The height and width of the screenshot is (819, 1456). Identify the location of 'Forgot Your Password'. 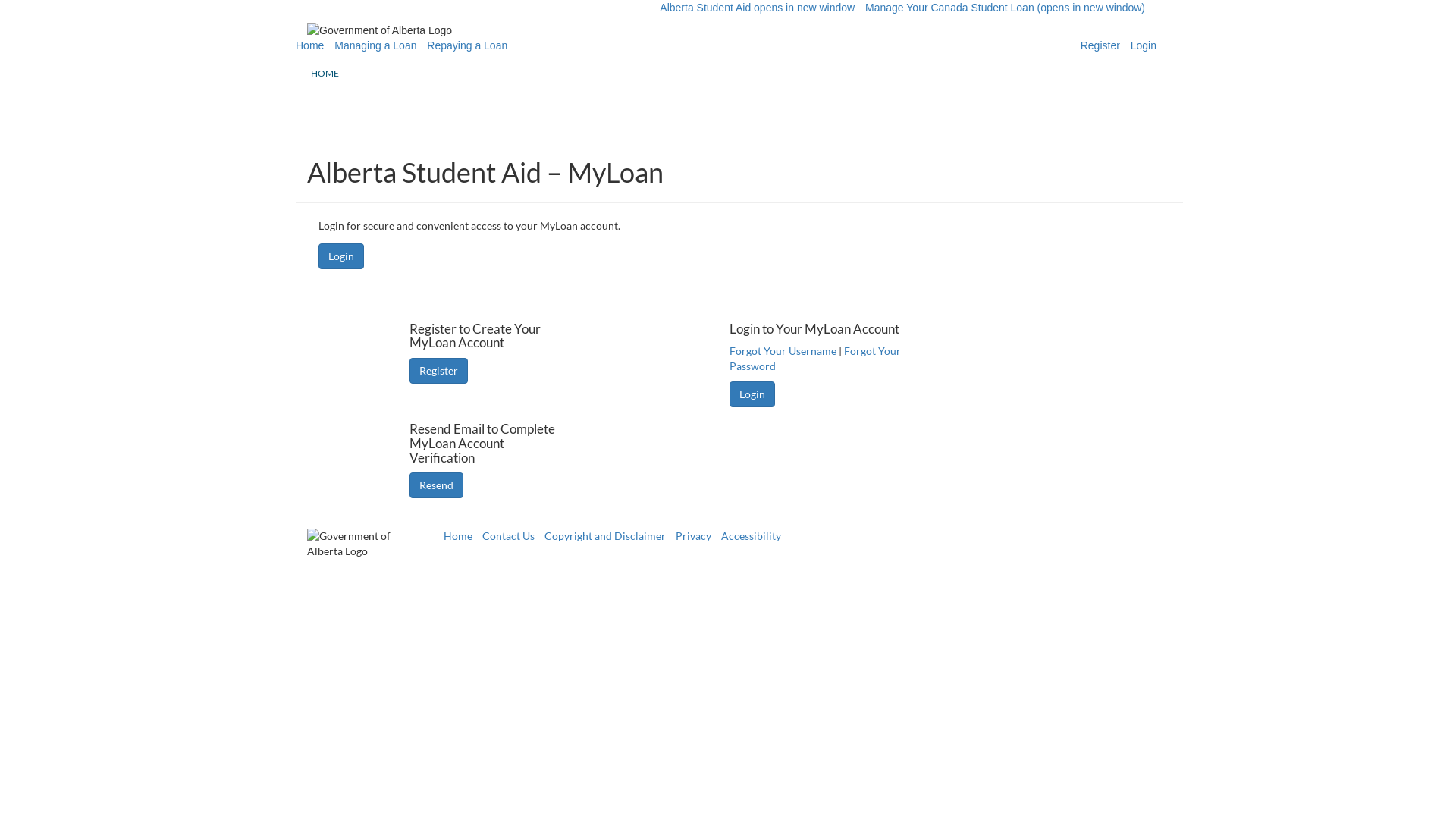
(814, 358).